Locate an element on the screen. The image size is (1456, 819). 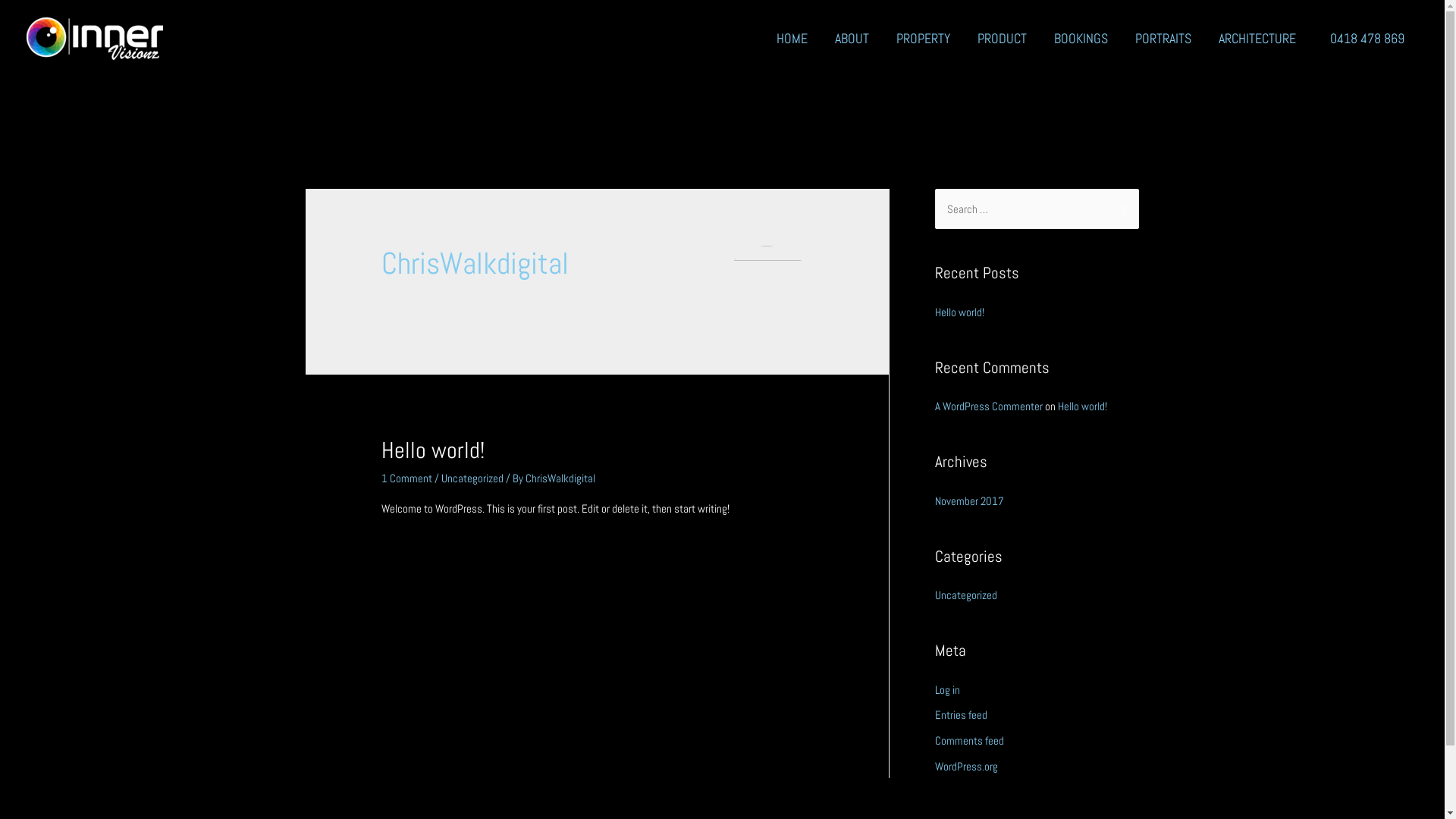
'A WordPress Commenter' is located at coordinates (987, 405).